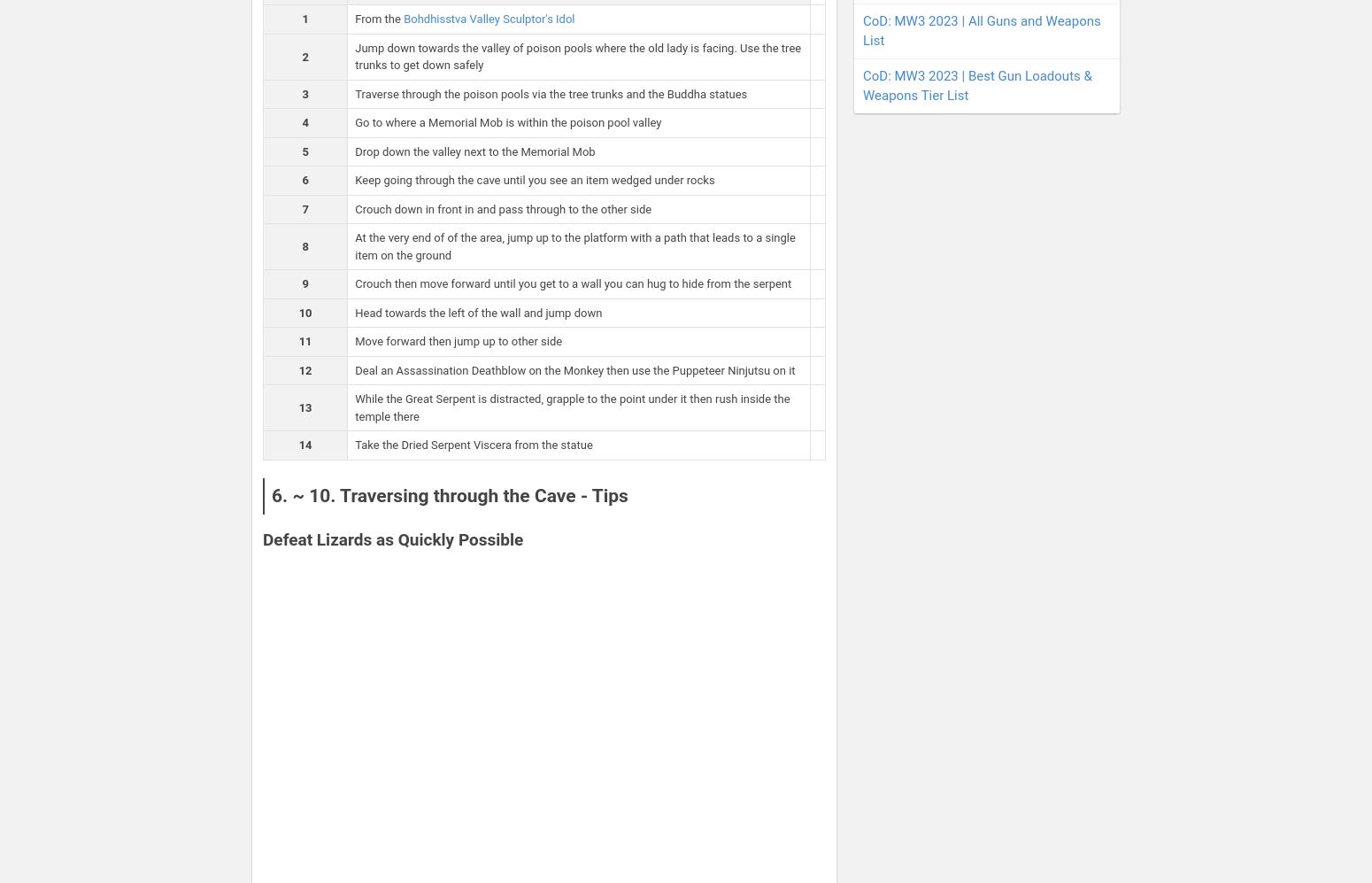  I want to click on 'While the Great Serpent is distracted, grapple to the point under it then rush inside the temple there', so click(571, 407).